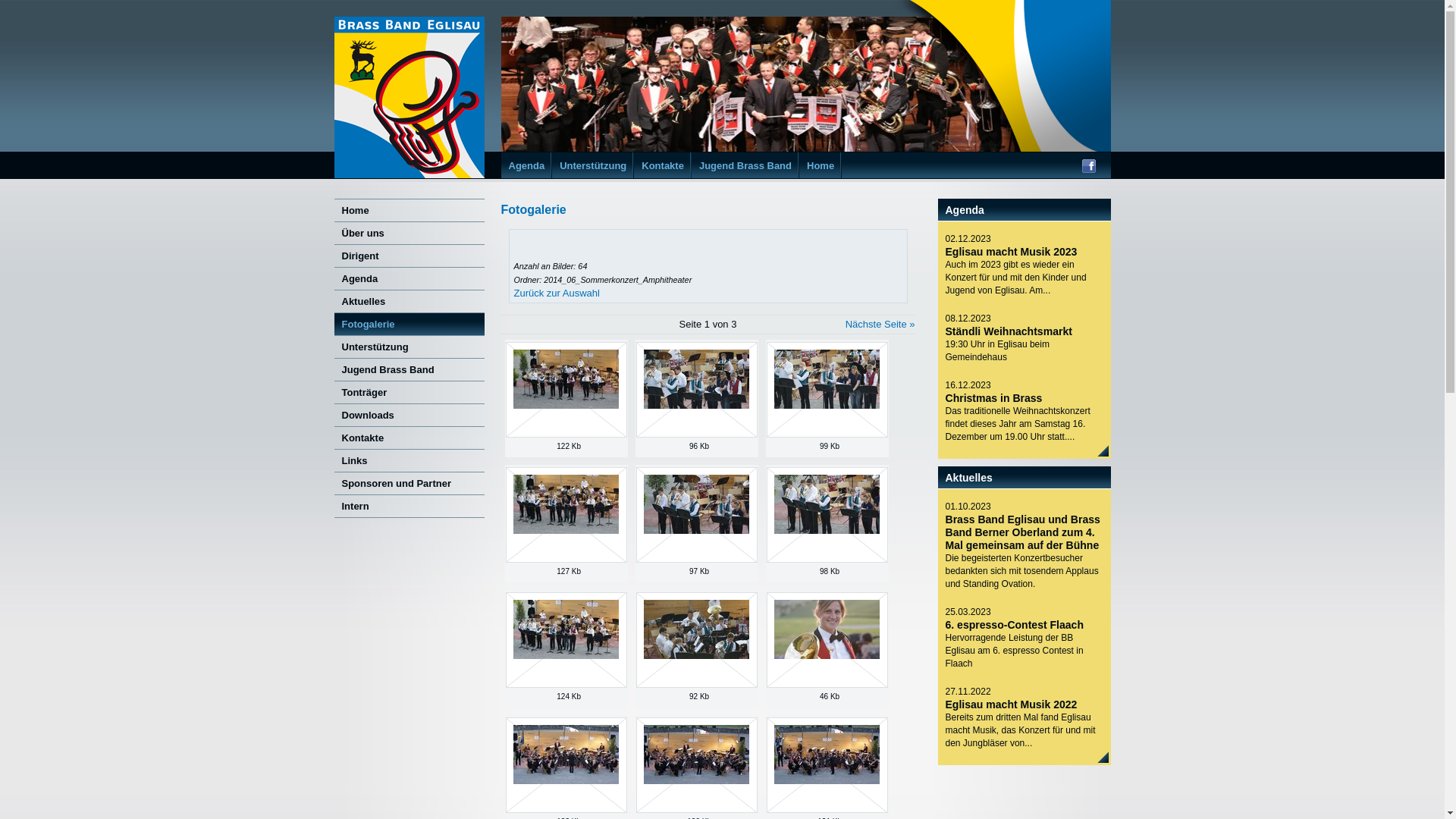  Describe the element at coordinates (408, 210) in the screenshot. I see `'Home'` at that location.